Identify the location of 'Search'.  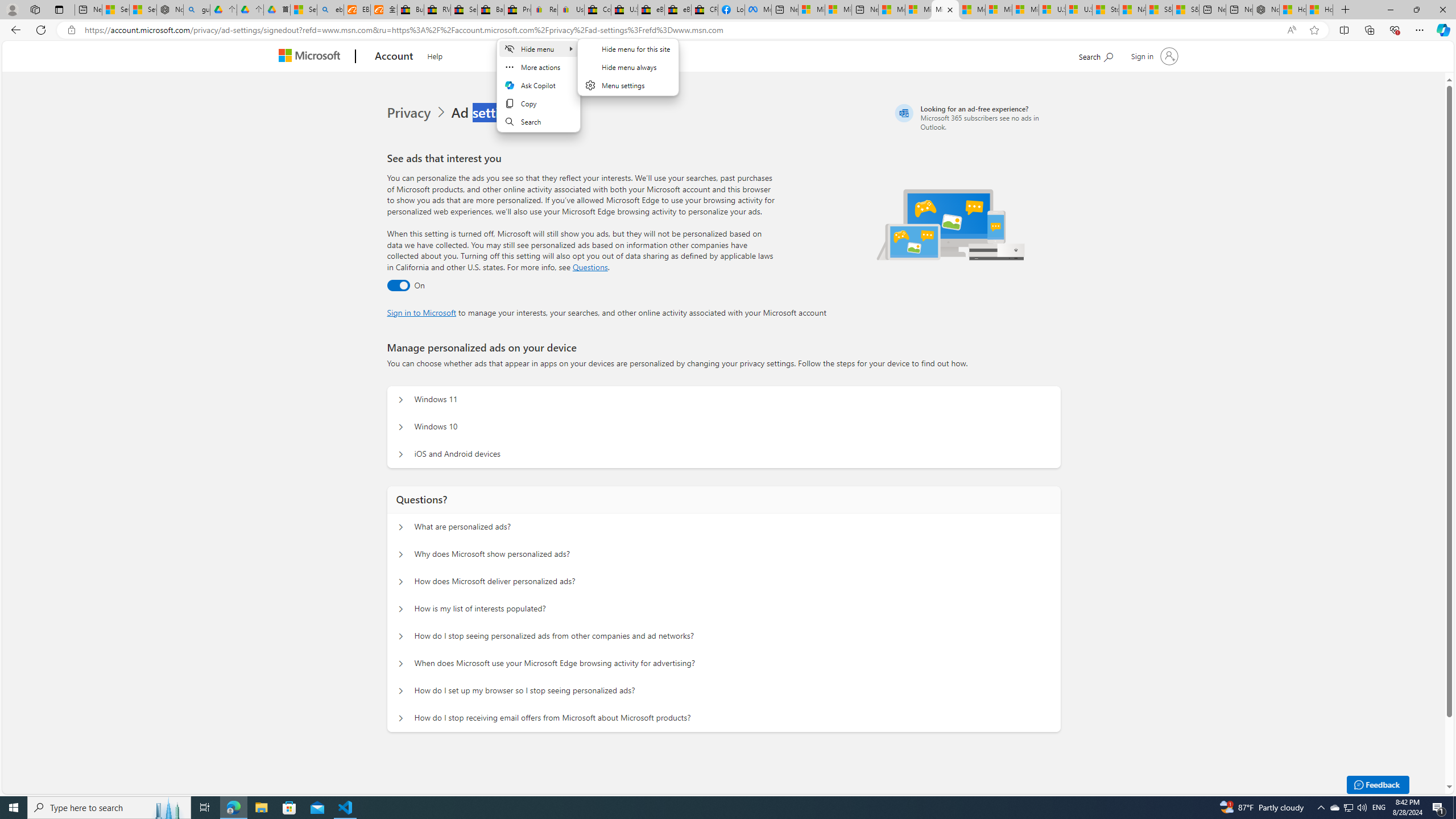
(537, 122).